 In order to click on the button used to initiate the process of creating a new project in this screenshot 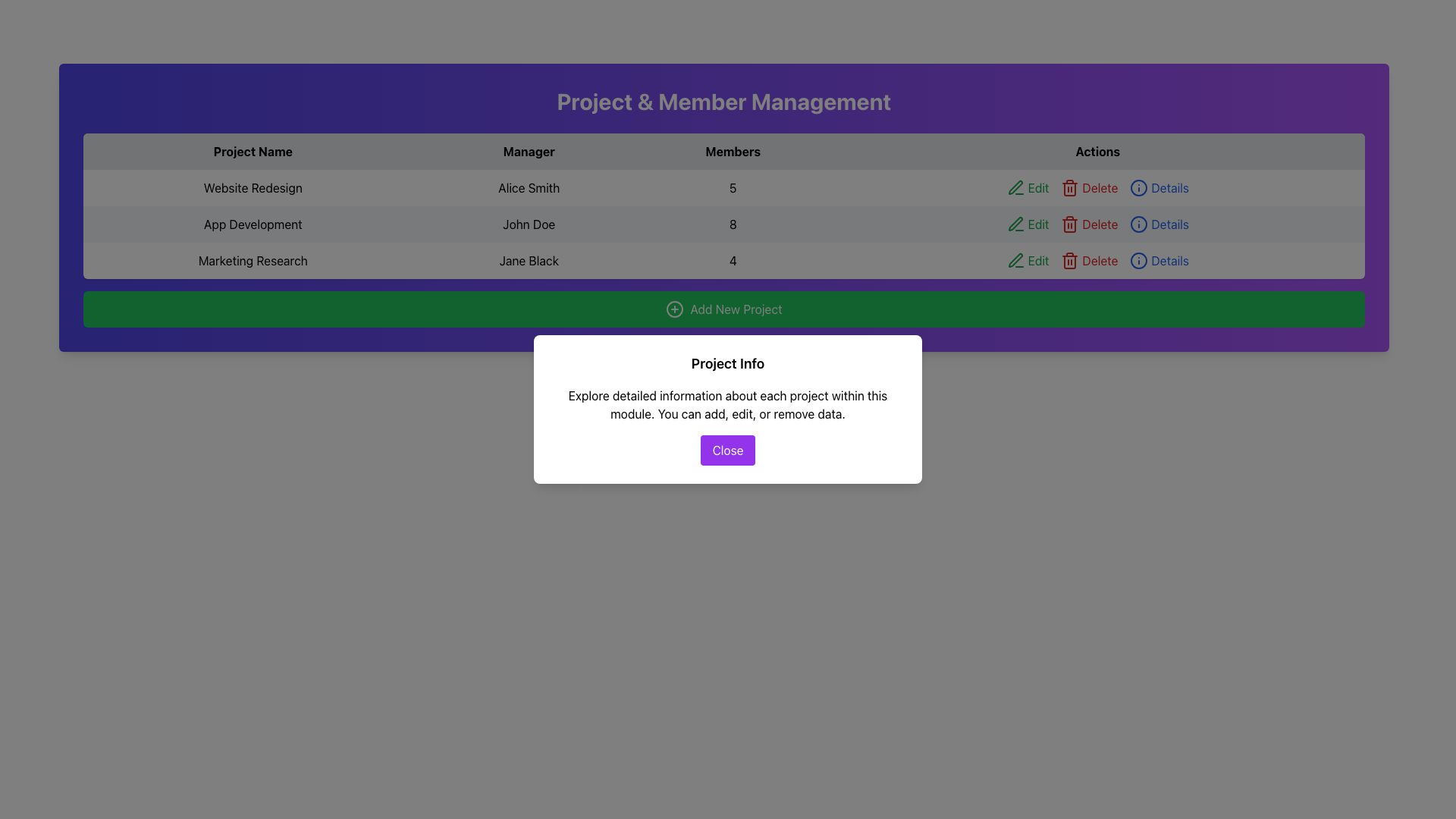, I will do `click(723, 309)`.